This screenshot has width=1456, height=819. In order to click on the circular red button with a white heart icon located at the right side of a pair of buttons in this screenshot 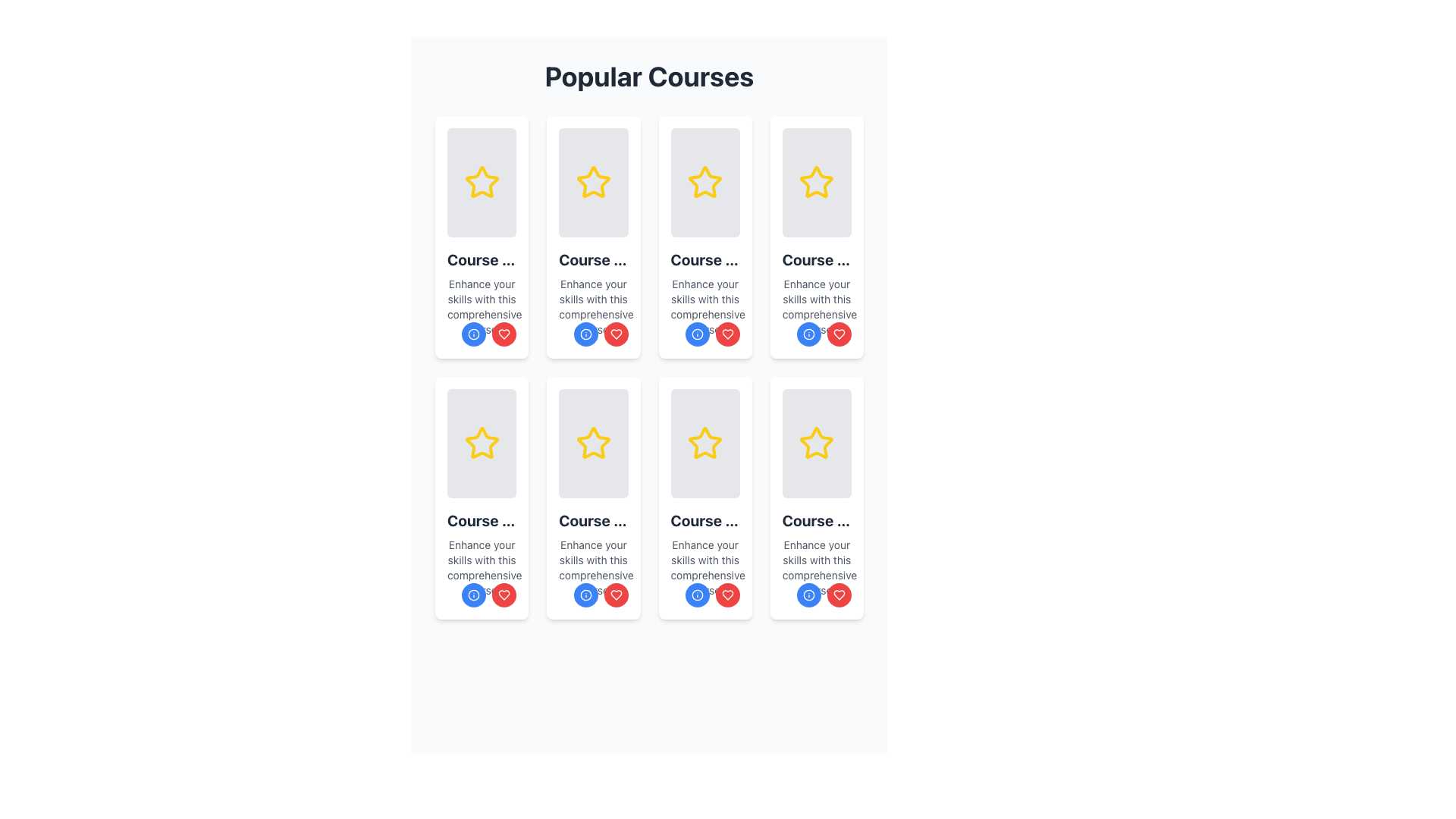, I will do `click(504, 333)`.